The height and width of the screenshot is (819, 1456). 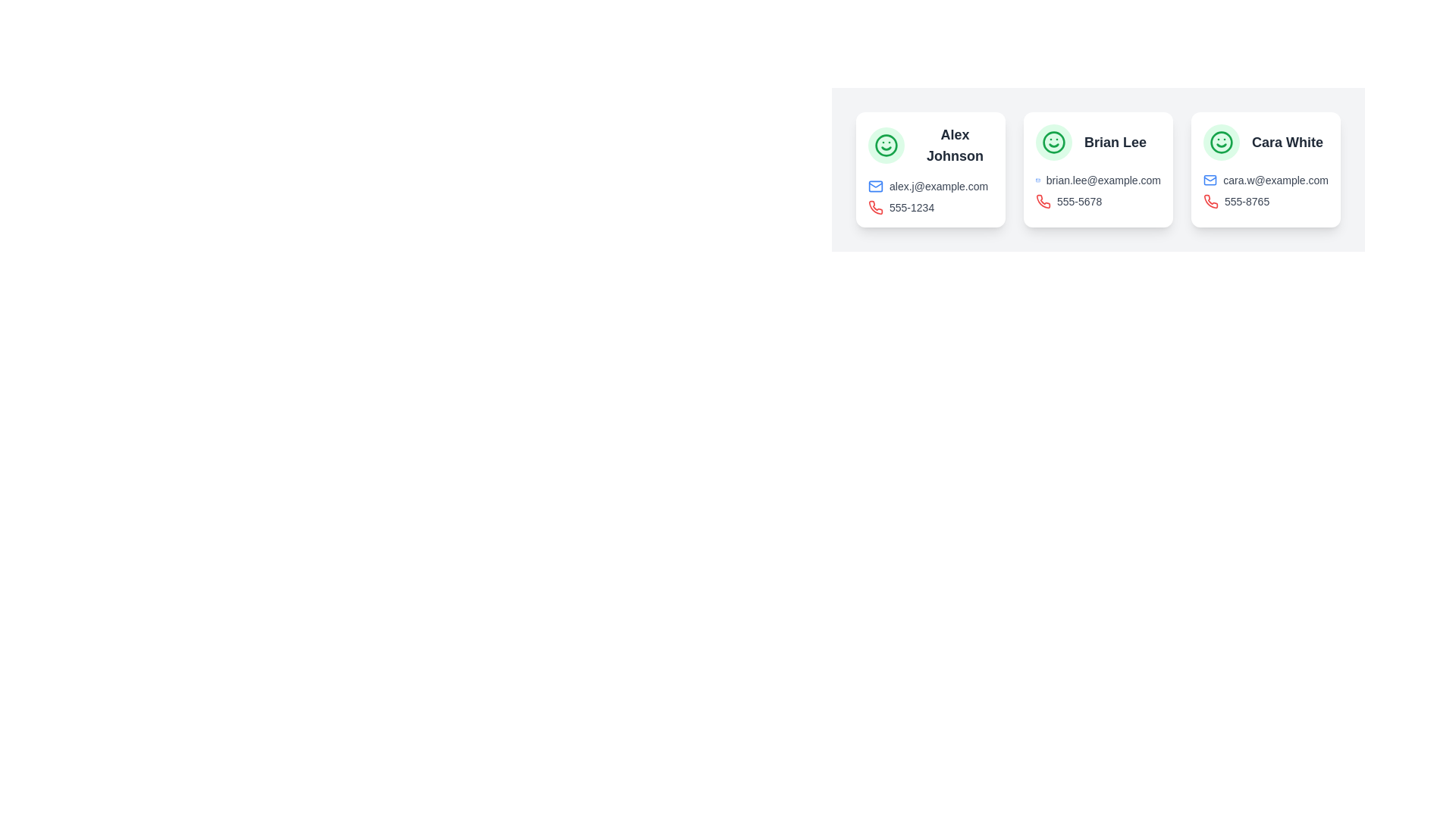 What do you see at coordinates (1053, 143) in the screenshot?
I see `the green circular smiley face icon located at the upper-left corner of Brian Lee's profile card` at bounding box center [1053, 143].